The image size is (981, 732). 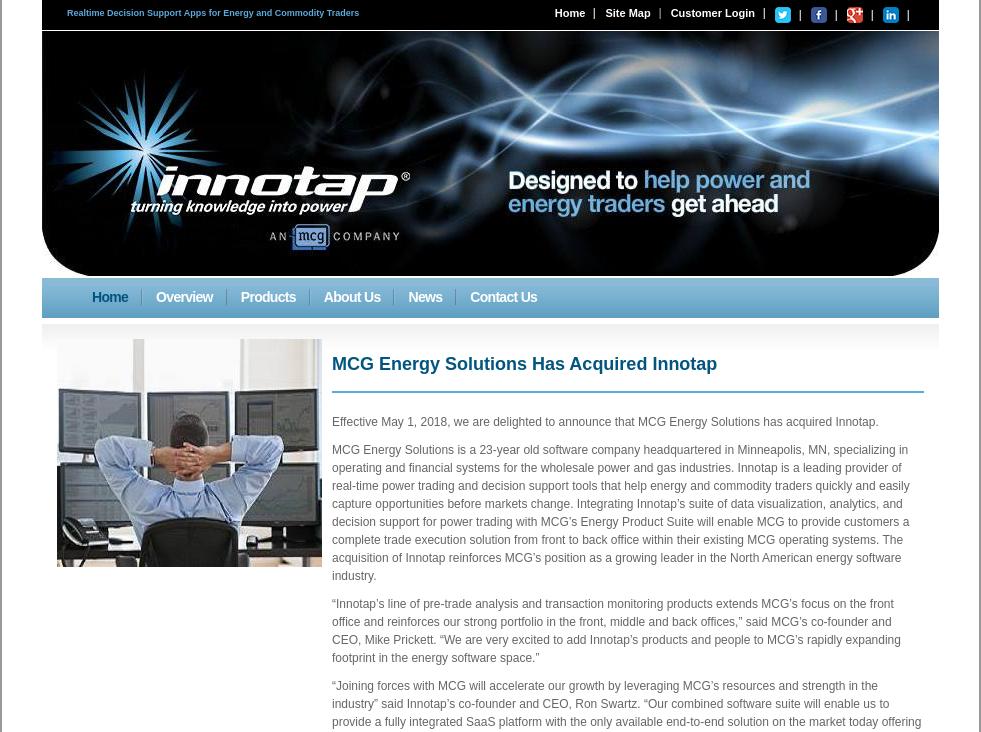 What do you see at coordinates (330, 419) in the screenshot?
I see `'Effective May 1, 2018, we are delighted to announce that MCG Energy Solutions has acquired Innotap.'` at bounding box center [330, 419].